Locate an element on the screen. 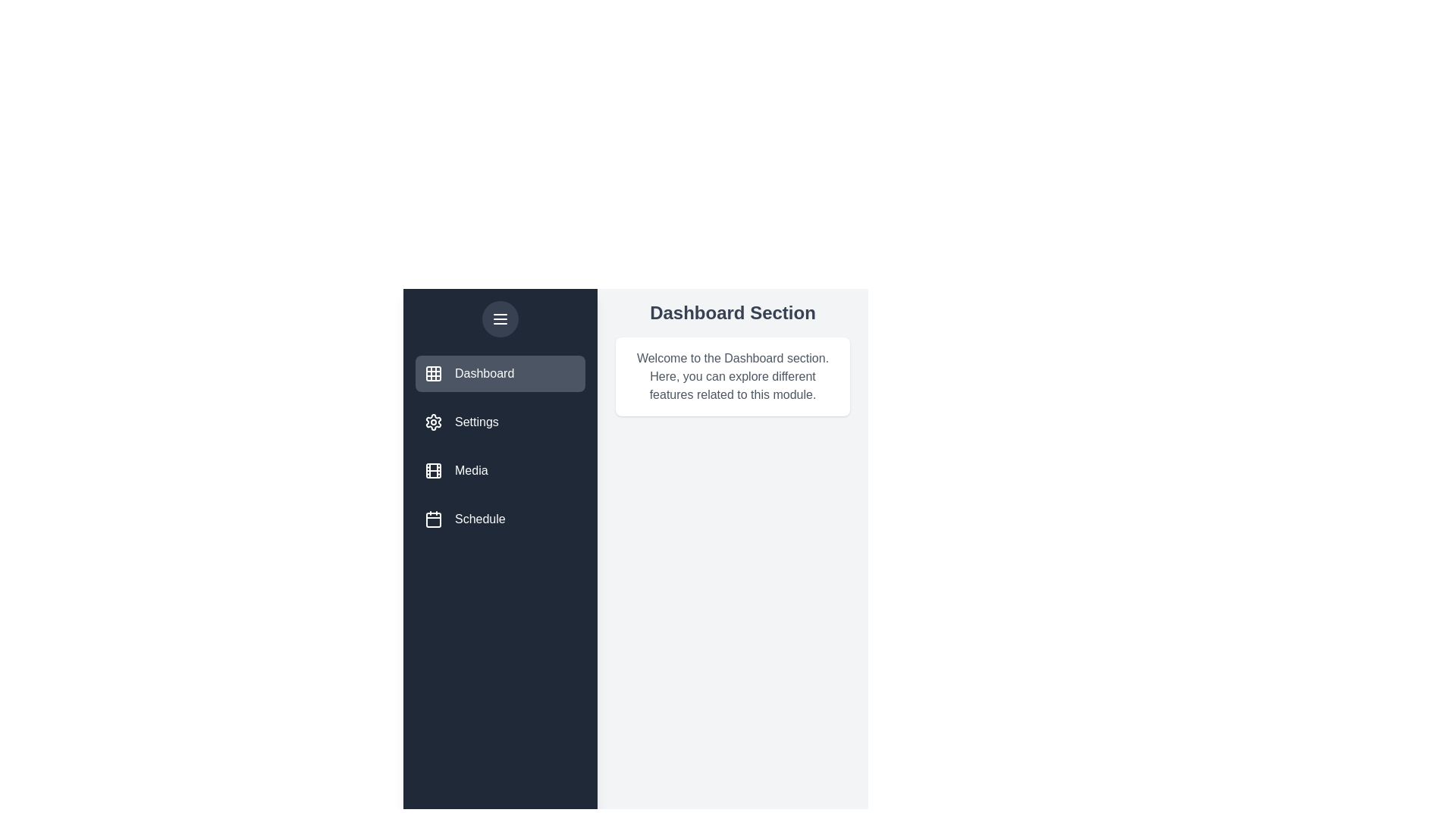 The width and height of the screenshot is (1456, 819). the menu item corresponding to the section Dashboard to select it is located at coordinates (500, 374).